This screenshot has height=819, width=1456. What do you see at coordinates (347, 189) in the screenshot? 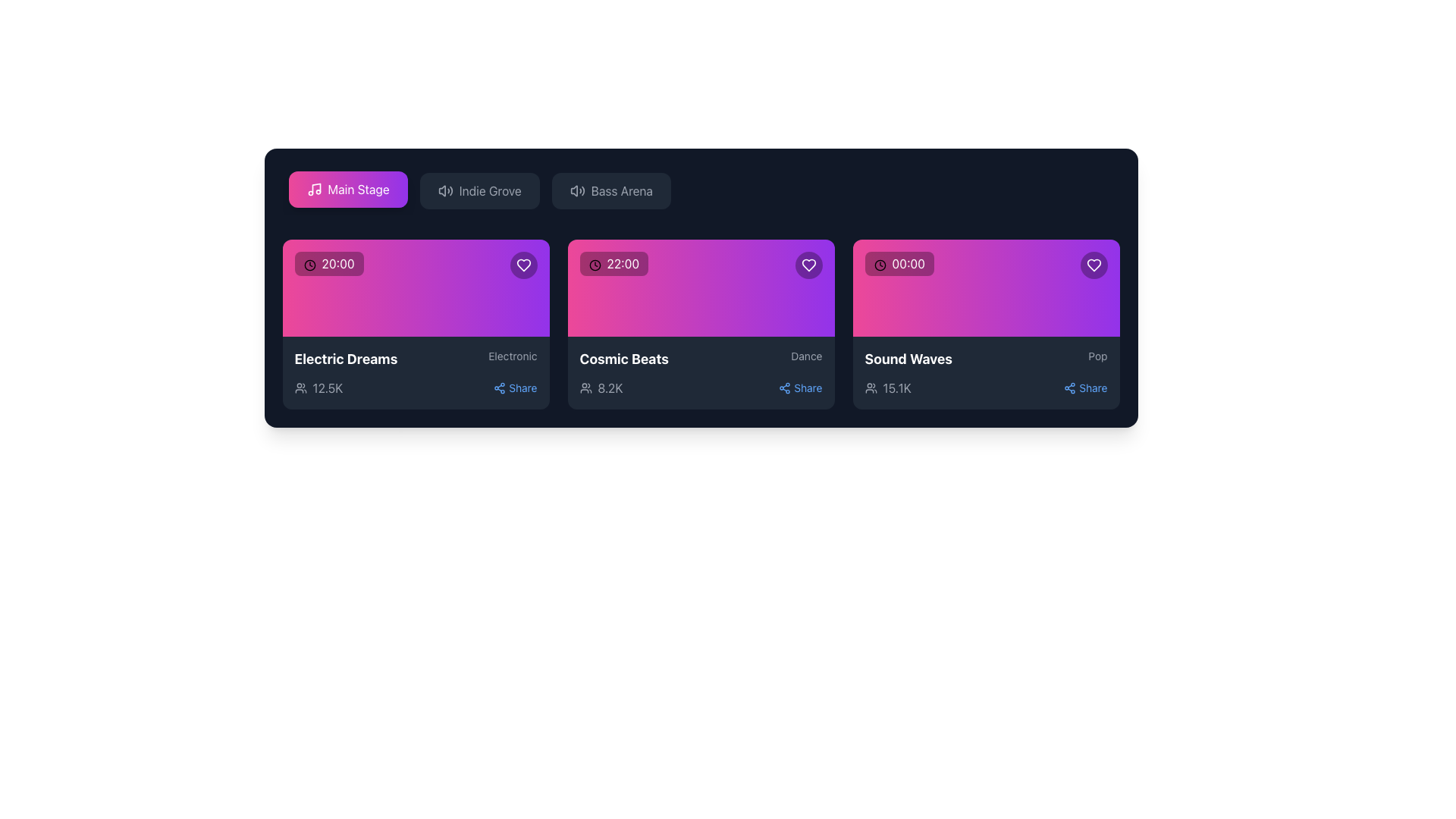
I see `the rounded rectangular button labeled 'Main Stage' with a white music note icon` at bounding box center [347, 189].